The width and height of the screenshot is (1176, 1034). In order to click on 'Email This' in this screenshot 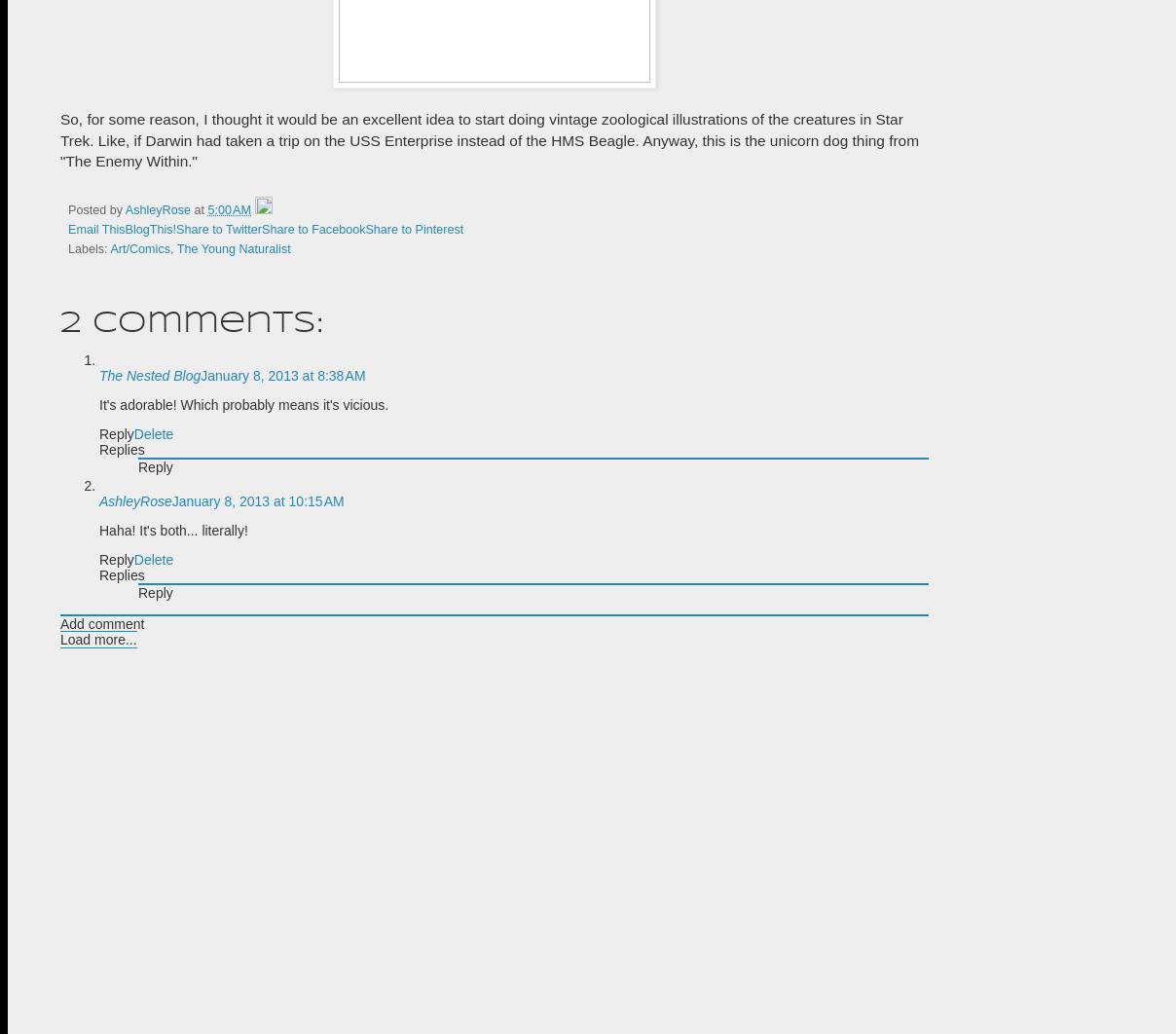, I will do `click(95, 229)`.